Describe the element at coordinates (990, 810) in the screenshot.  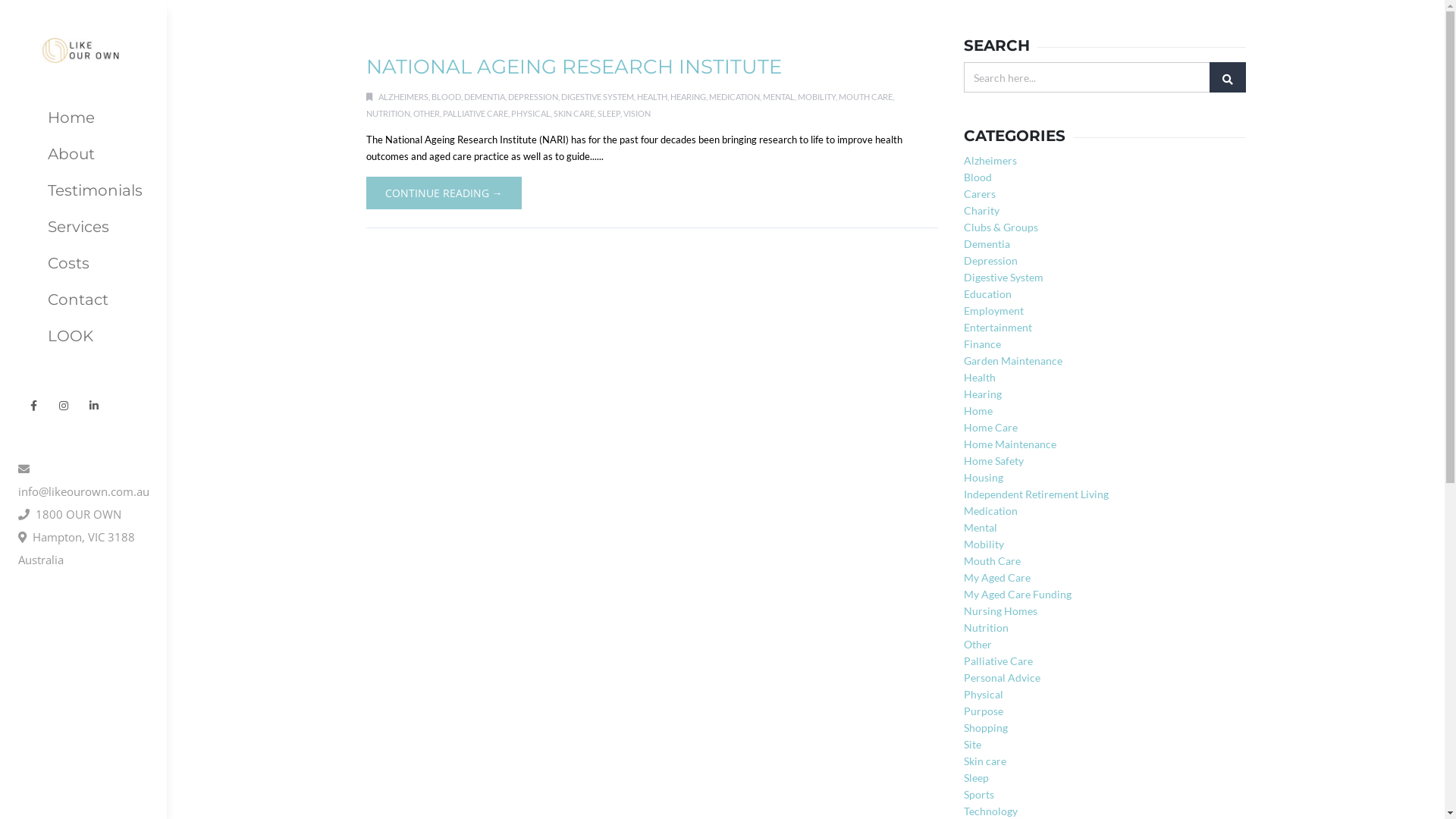
I see `'Technology'` at that location.